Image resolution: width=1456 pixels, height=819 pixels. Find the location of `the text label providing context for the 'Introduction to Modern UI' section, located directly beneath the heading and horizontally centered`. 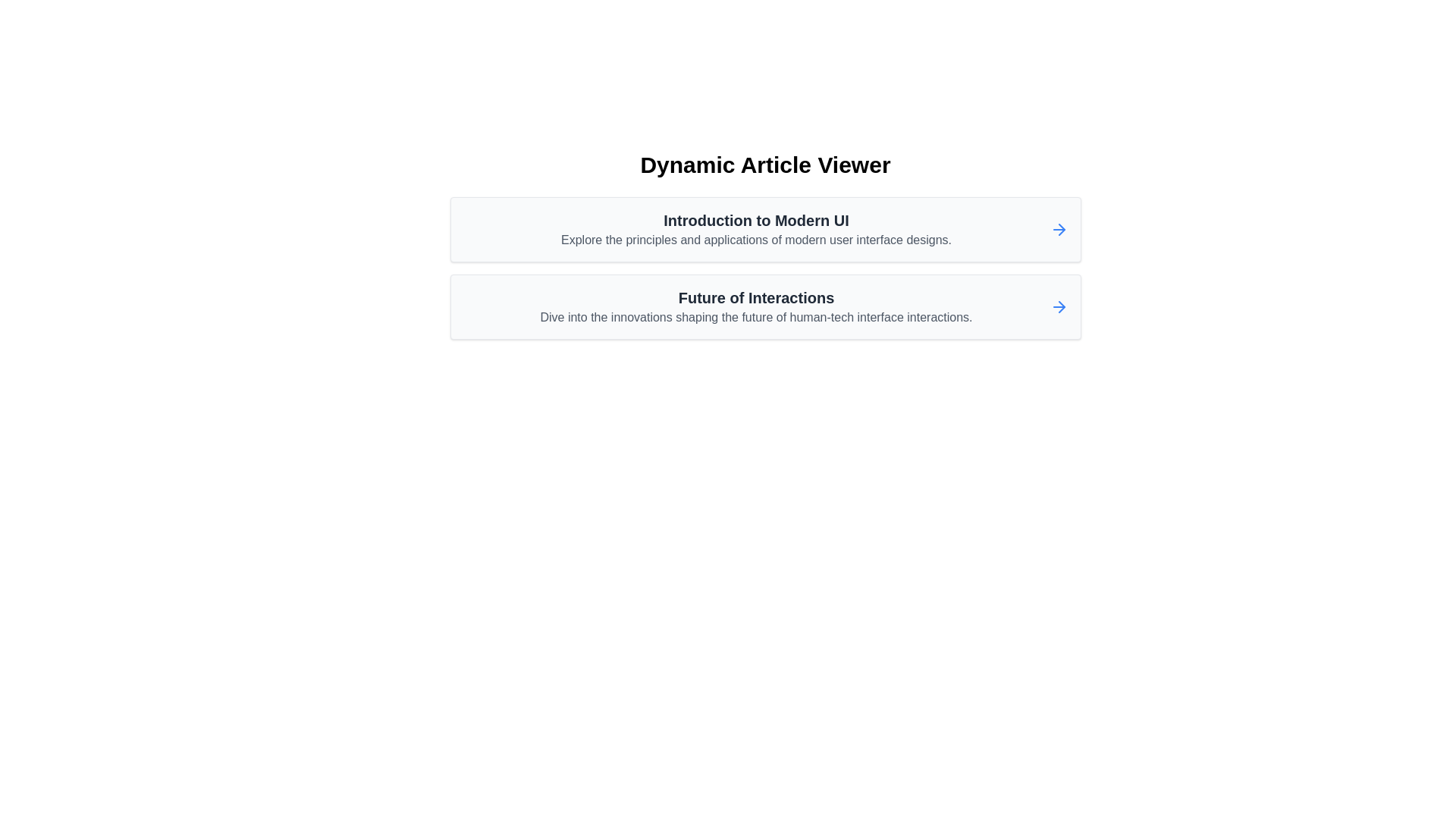

the text label providing context for the 'Introduction to Modern UI' section, located directly beneath the heading and horizontally centered is located at coordinates (756, 239).